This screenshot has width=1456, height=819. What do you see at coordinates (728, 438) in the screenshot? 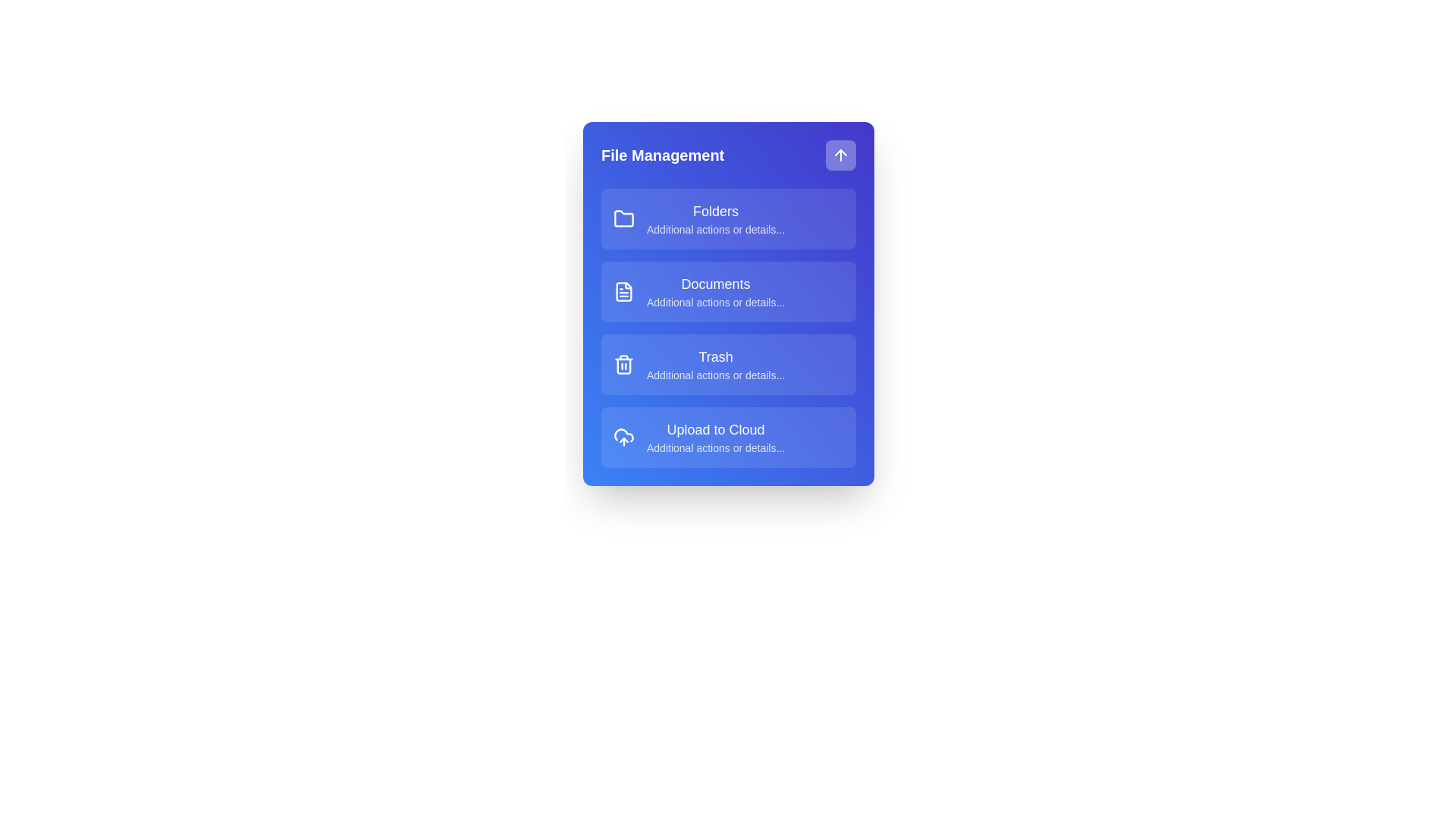
I see `the menu item Upload to Cloud by clicking on it` at bounding box center [728, 438].